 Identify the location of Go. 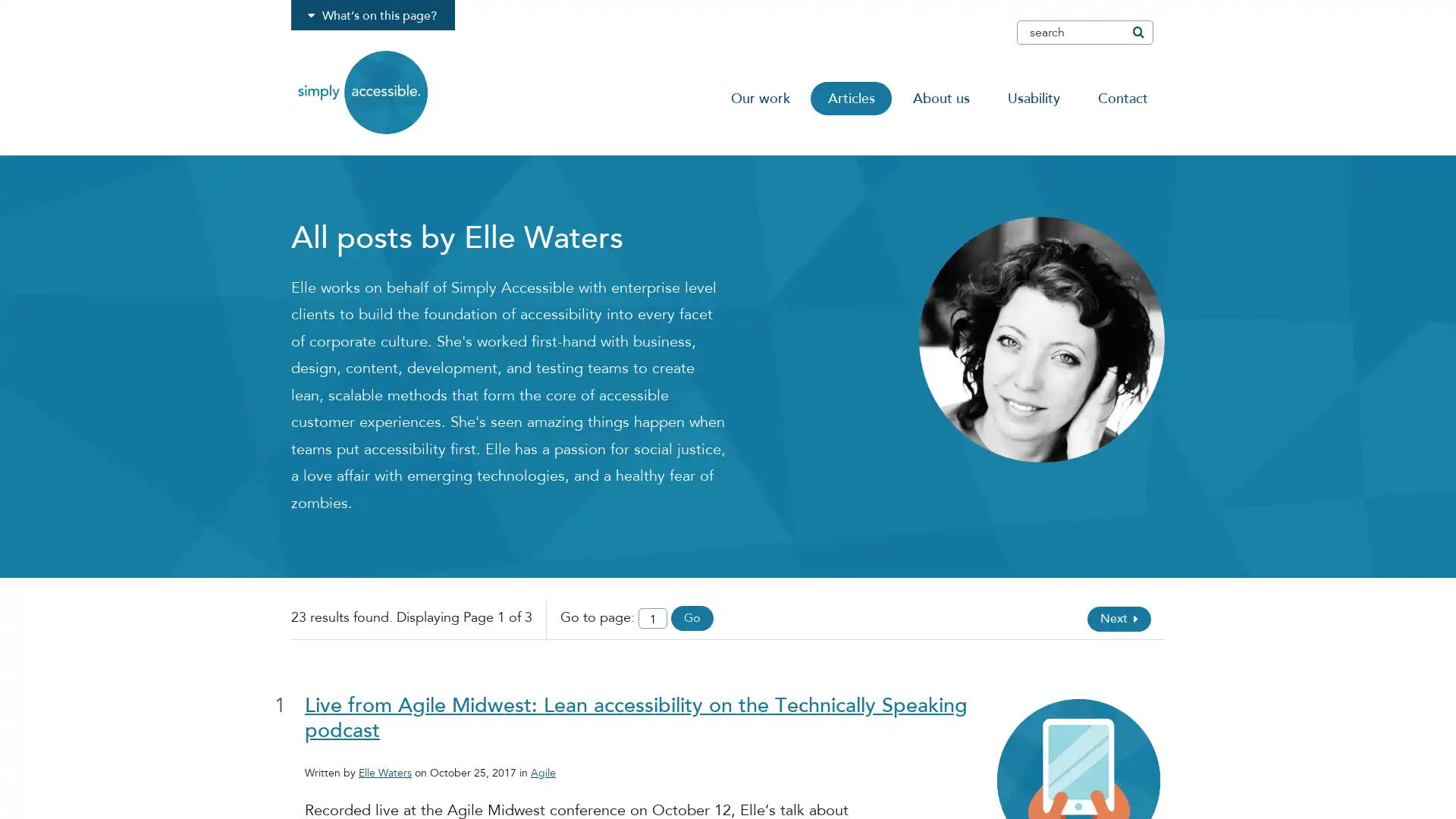
(691, 617).